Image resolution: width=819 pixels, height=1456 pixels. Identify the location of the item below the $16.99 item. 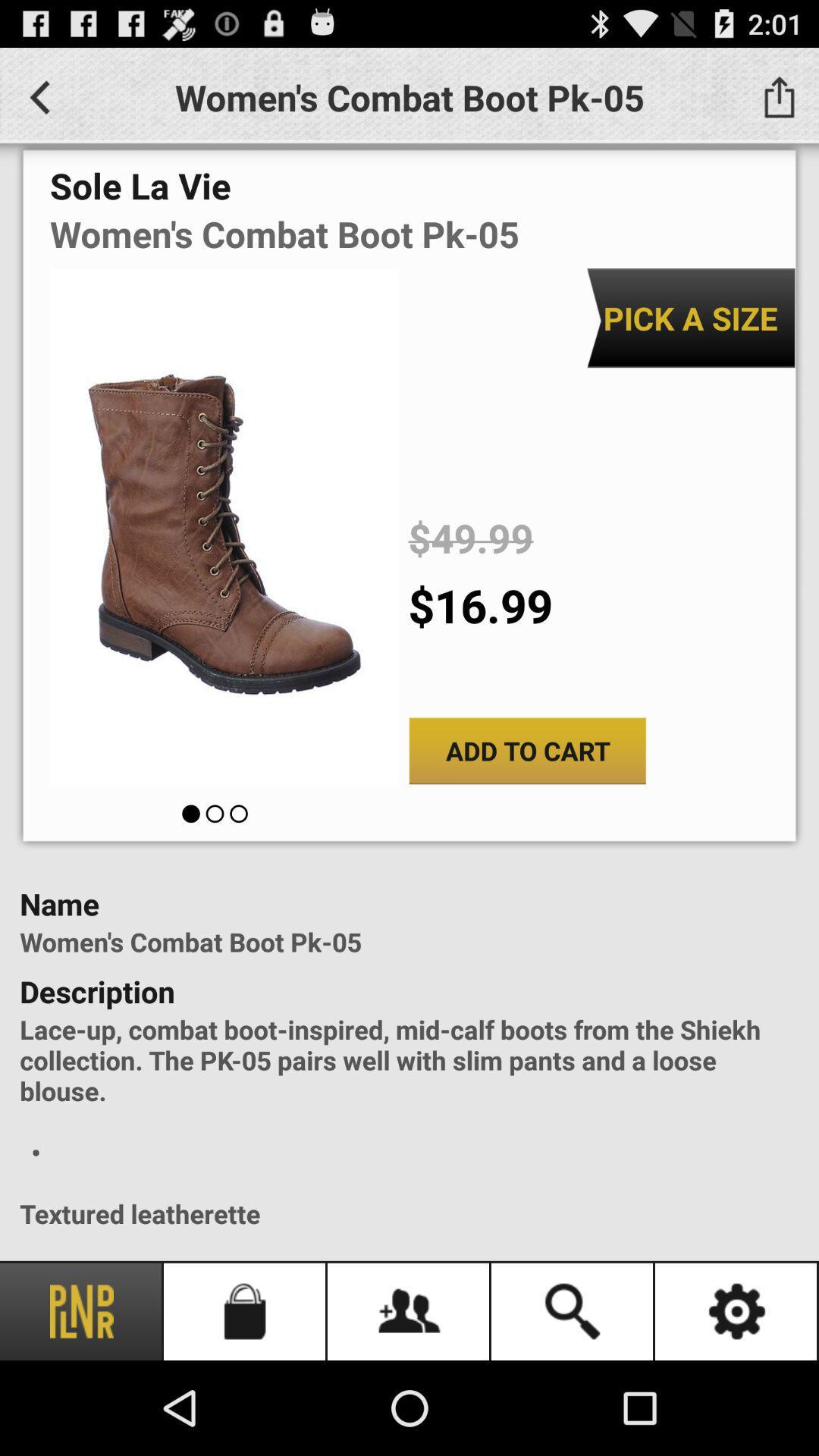
(526, 751).